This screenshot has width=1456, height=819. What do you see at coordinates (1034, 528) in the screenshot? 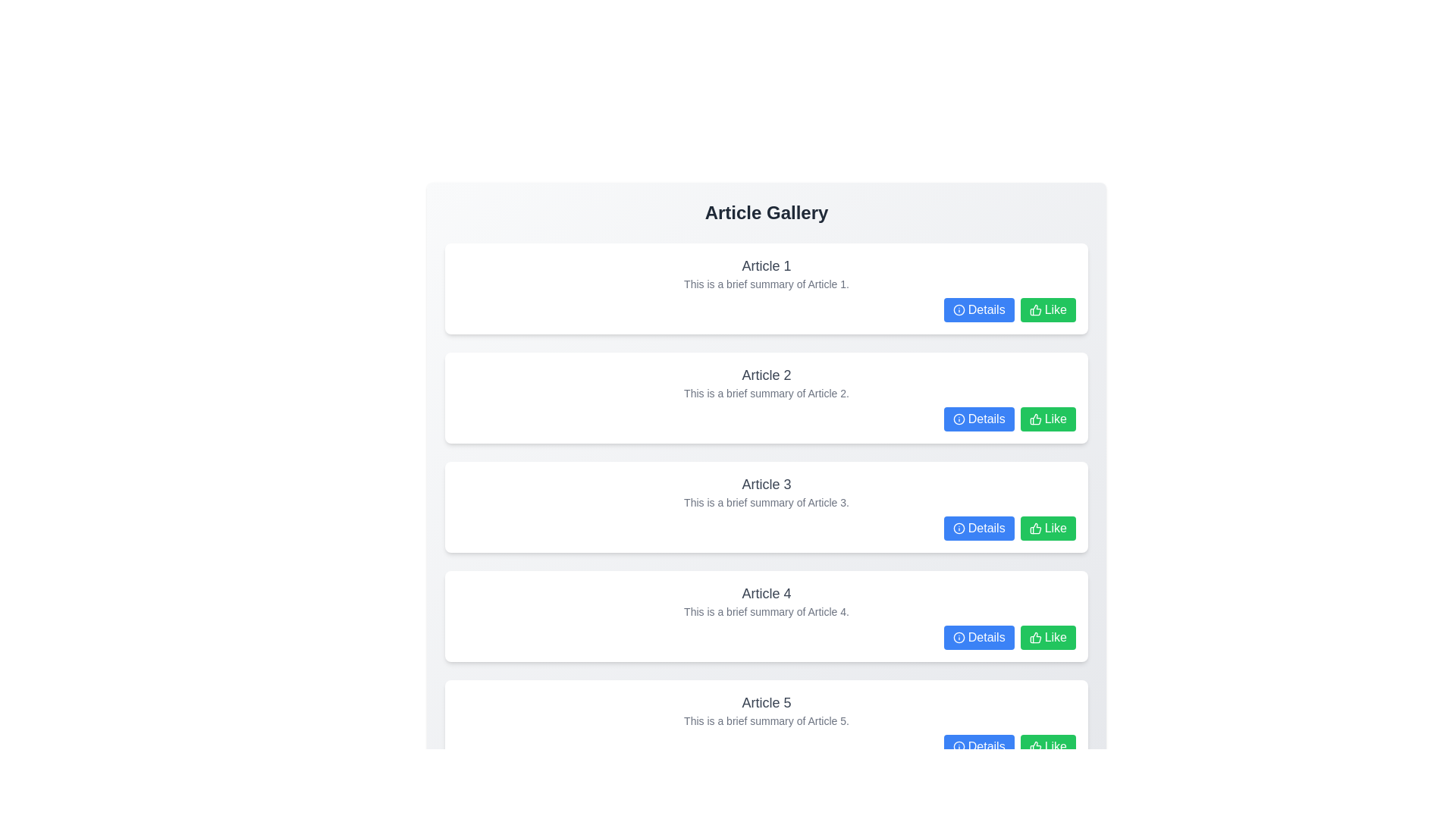
I see `the interactive 'Like' icon for 'Article 4' to register a positive feedback action` at bounding box center [1034, 528].